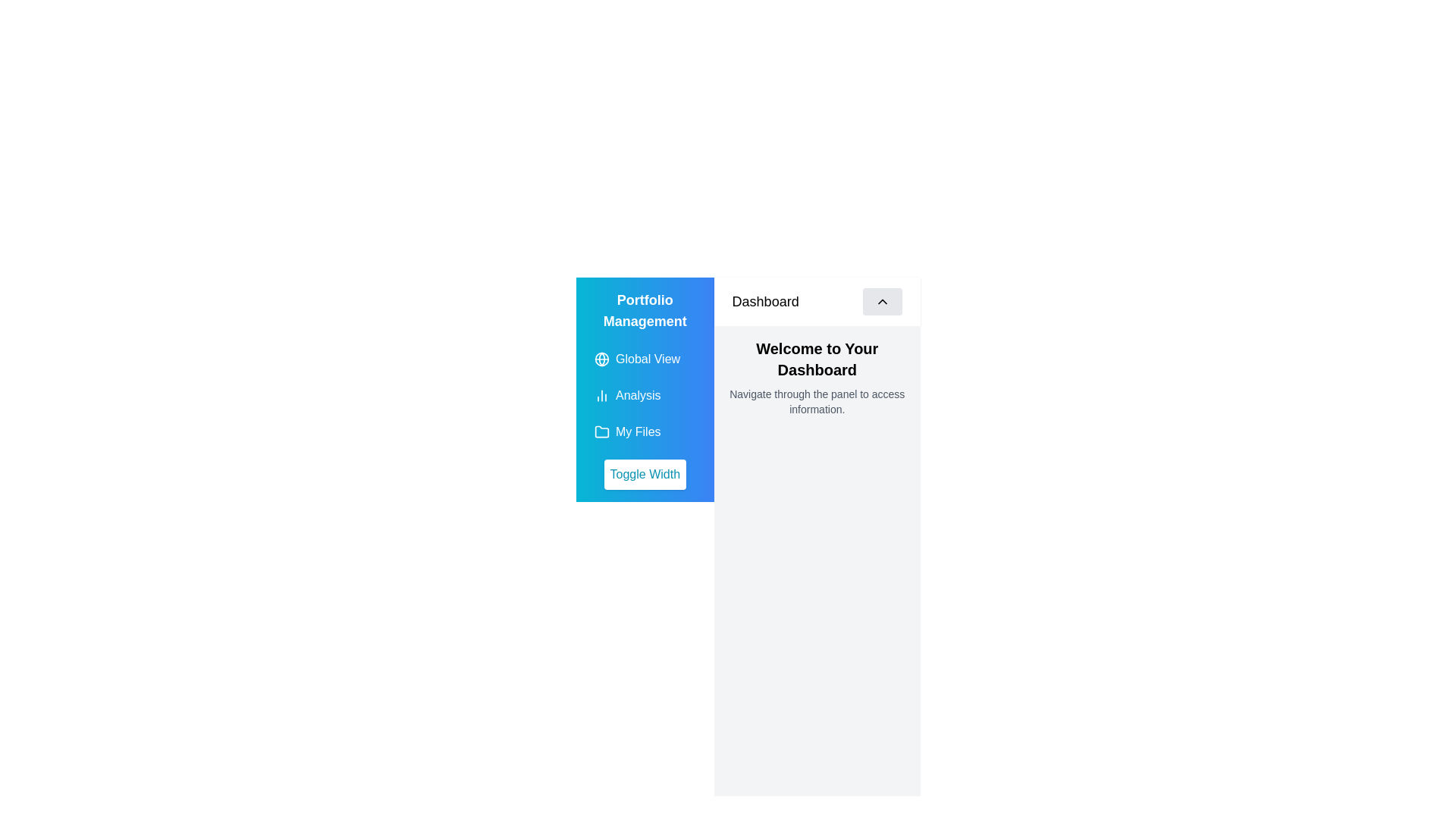 This screenshot has height=819, width=1456. Describe the element at coordinates (645, 359) in the screenshot. I see `the 'Global View' navigation link, which is the first item in the list below the 'Portfolio Management' heading` at that location.